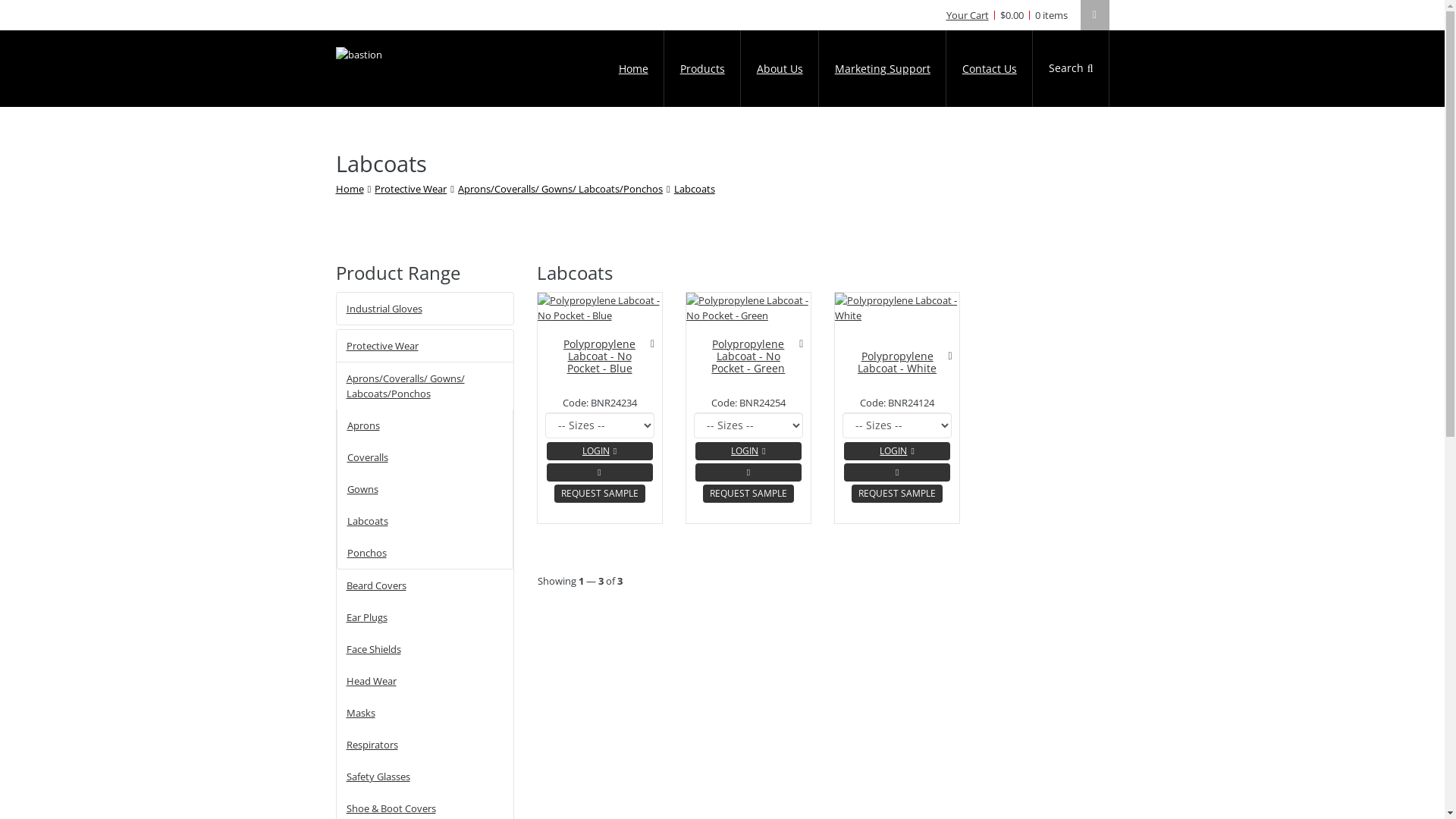 Image resolution: width=1456 pixels, height=819 pixels. What do you see at coordinates (553, 494) in the screenshot?
I see `'REQUEST SAMPLE'` at bounding box center [553, 494].